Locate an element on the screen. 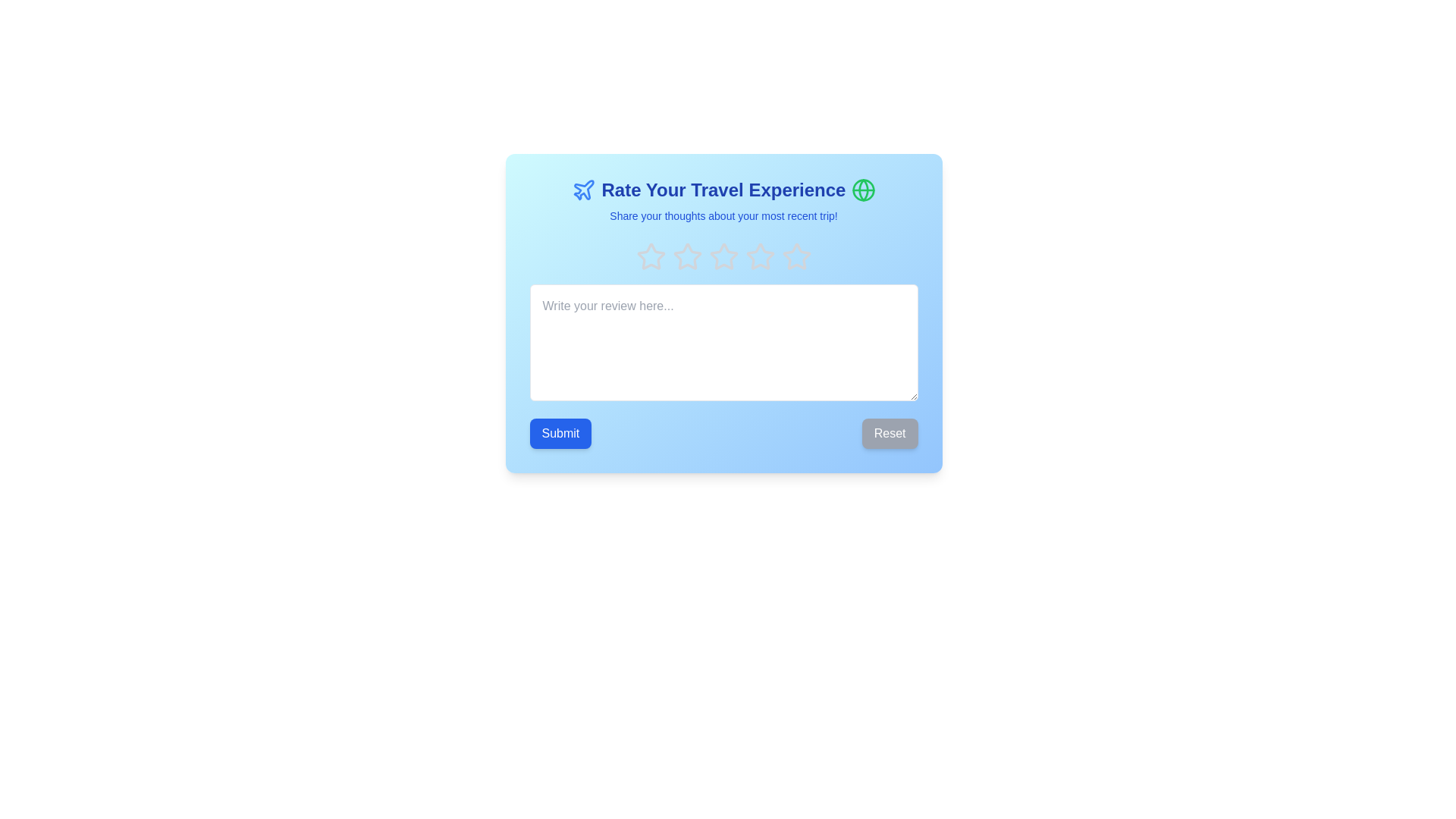 The image size is (1456, 819). the header text block element that introduces the user to the rating interface for travel experiences is located at coordinates (723, 200).